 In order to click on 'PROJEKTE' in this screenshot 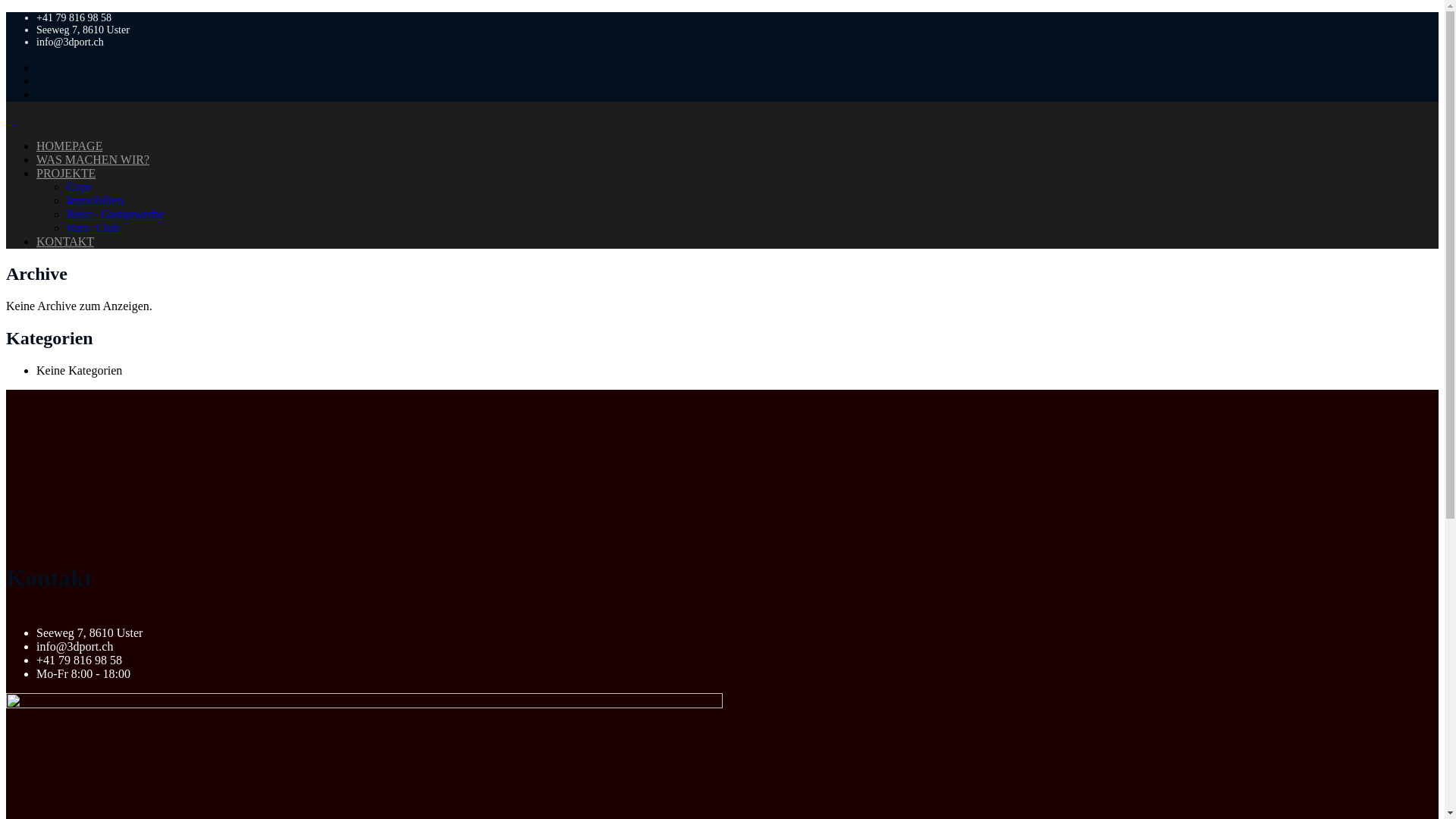, I will do `click(36, 172)`.